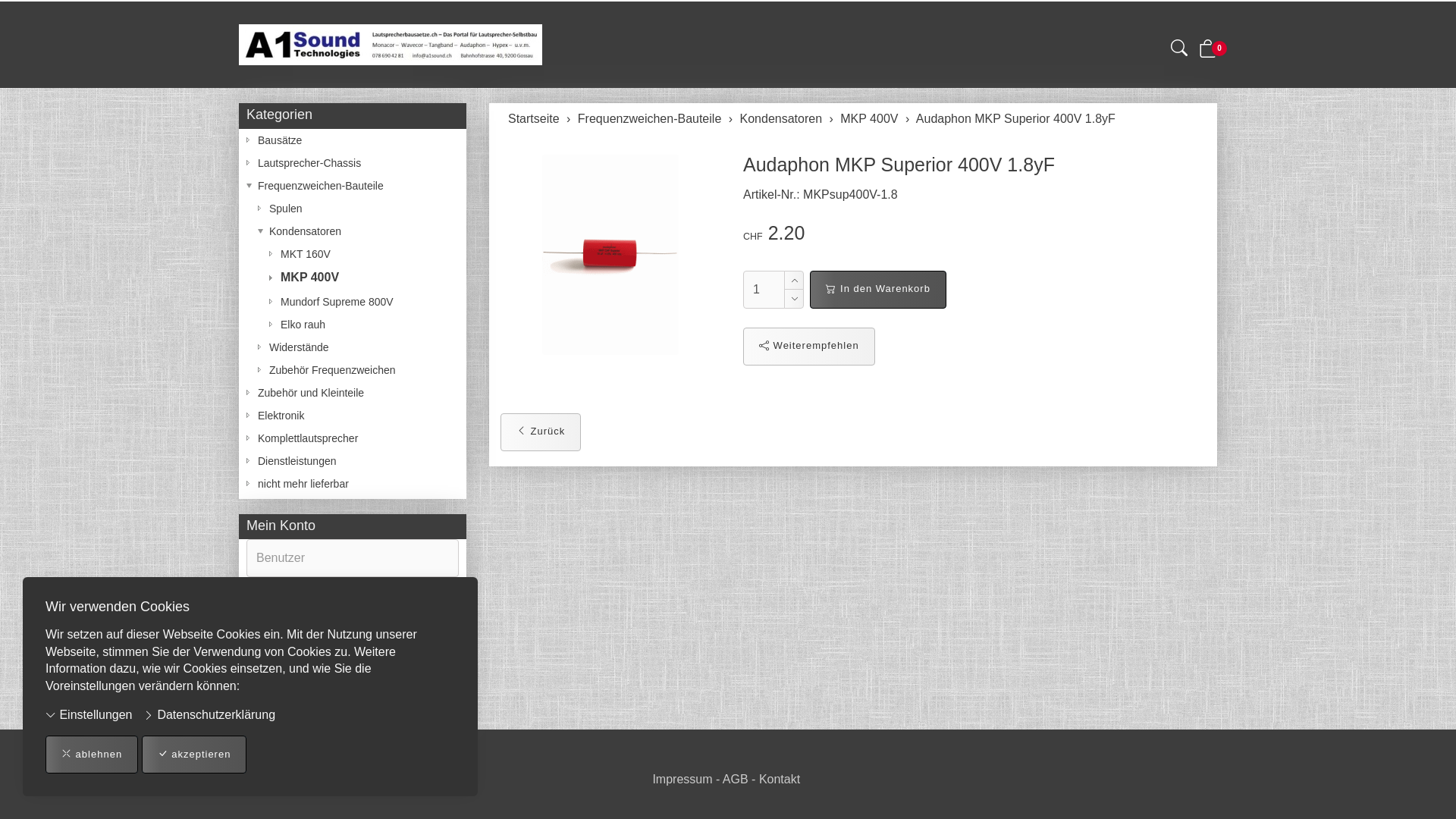 This screenshot has height=819, width=1456. What do you see at coordinates (764, 289) in the screenshot?
I see `'Menge'` at bounding box center [764, 289].